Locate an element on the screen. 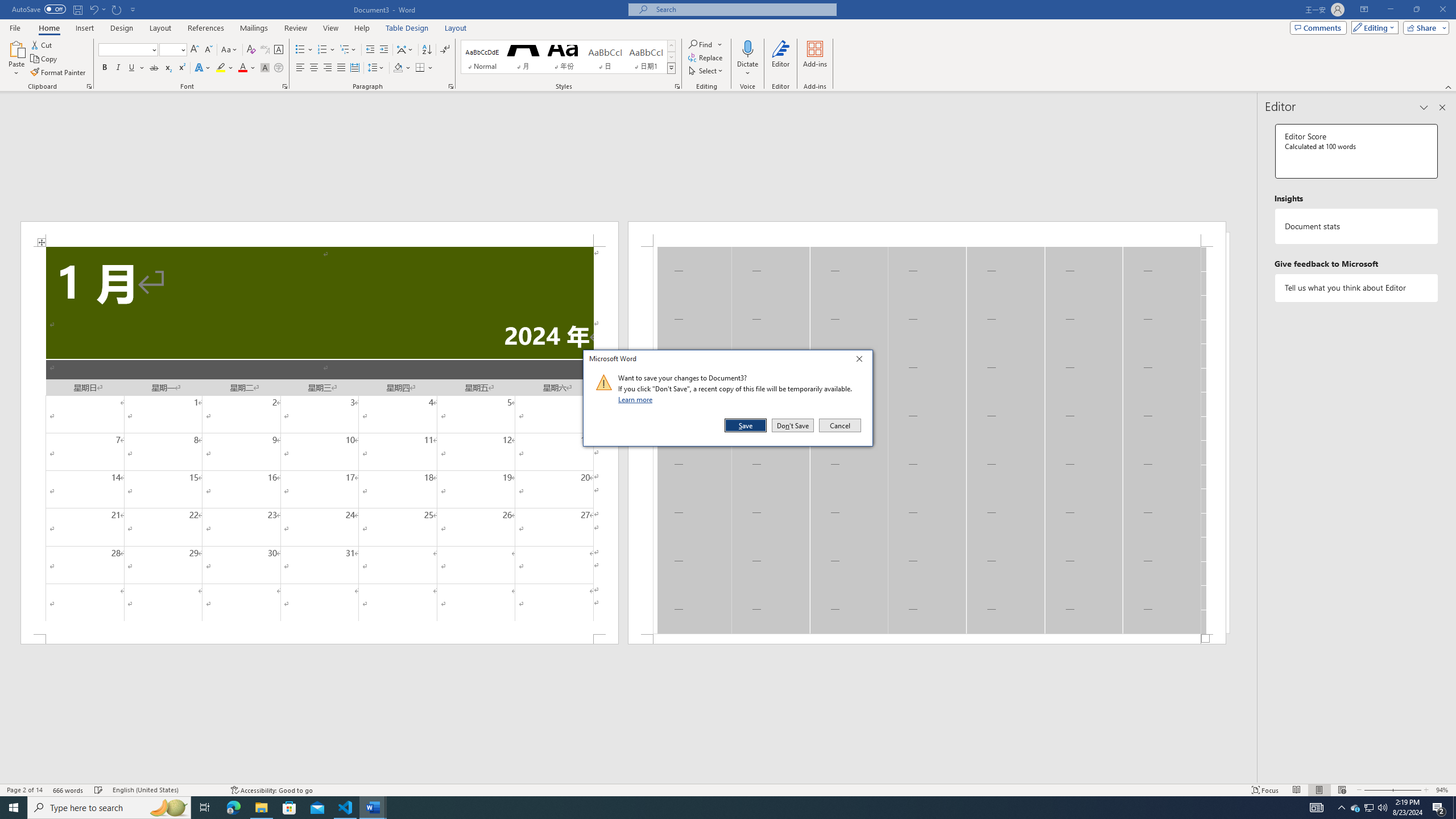 This screenshot has height=819, width=1456. 'Learn more' is located at coordinates (637, 399).